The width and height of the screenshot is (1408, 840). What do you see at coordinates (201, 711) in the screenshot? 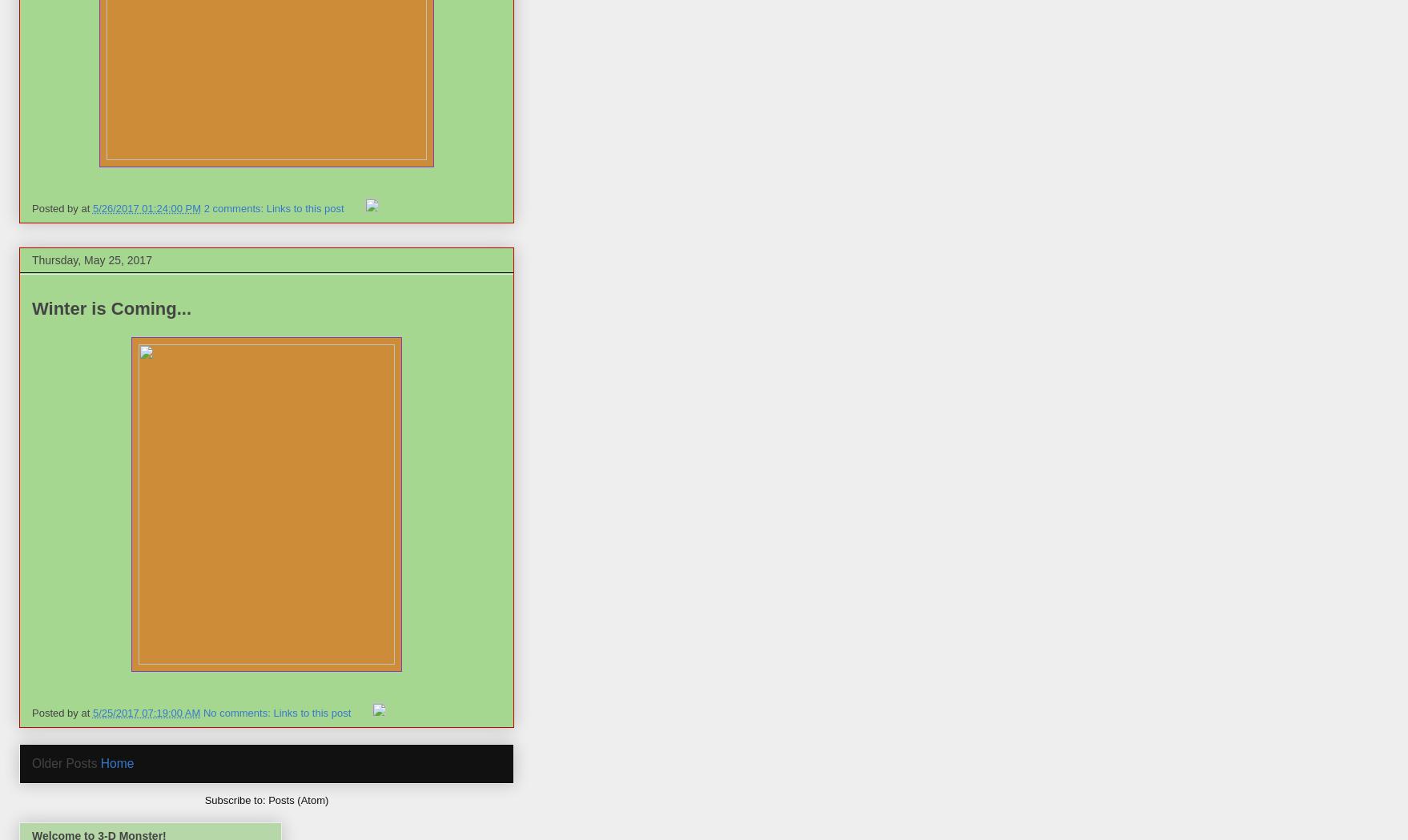
I see `'No comments:'` at bounding box center [201, 711].